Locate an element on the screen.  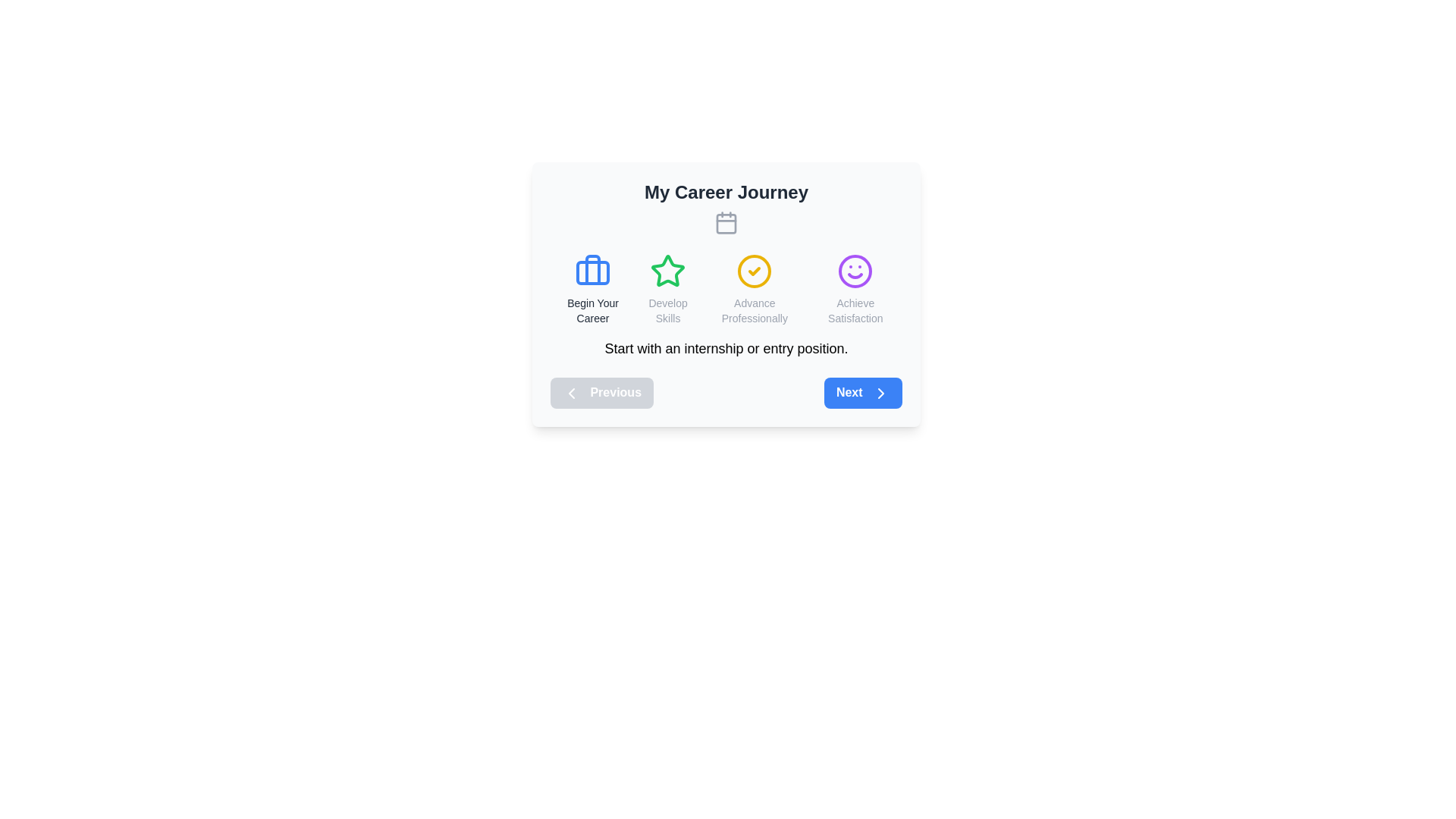
the SVG rectangle component of the calendar icon, which is positioned above the 'Develop Skills' text and centrally aligned with 'My Career Journey.' is located at coordinates (726, 223).